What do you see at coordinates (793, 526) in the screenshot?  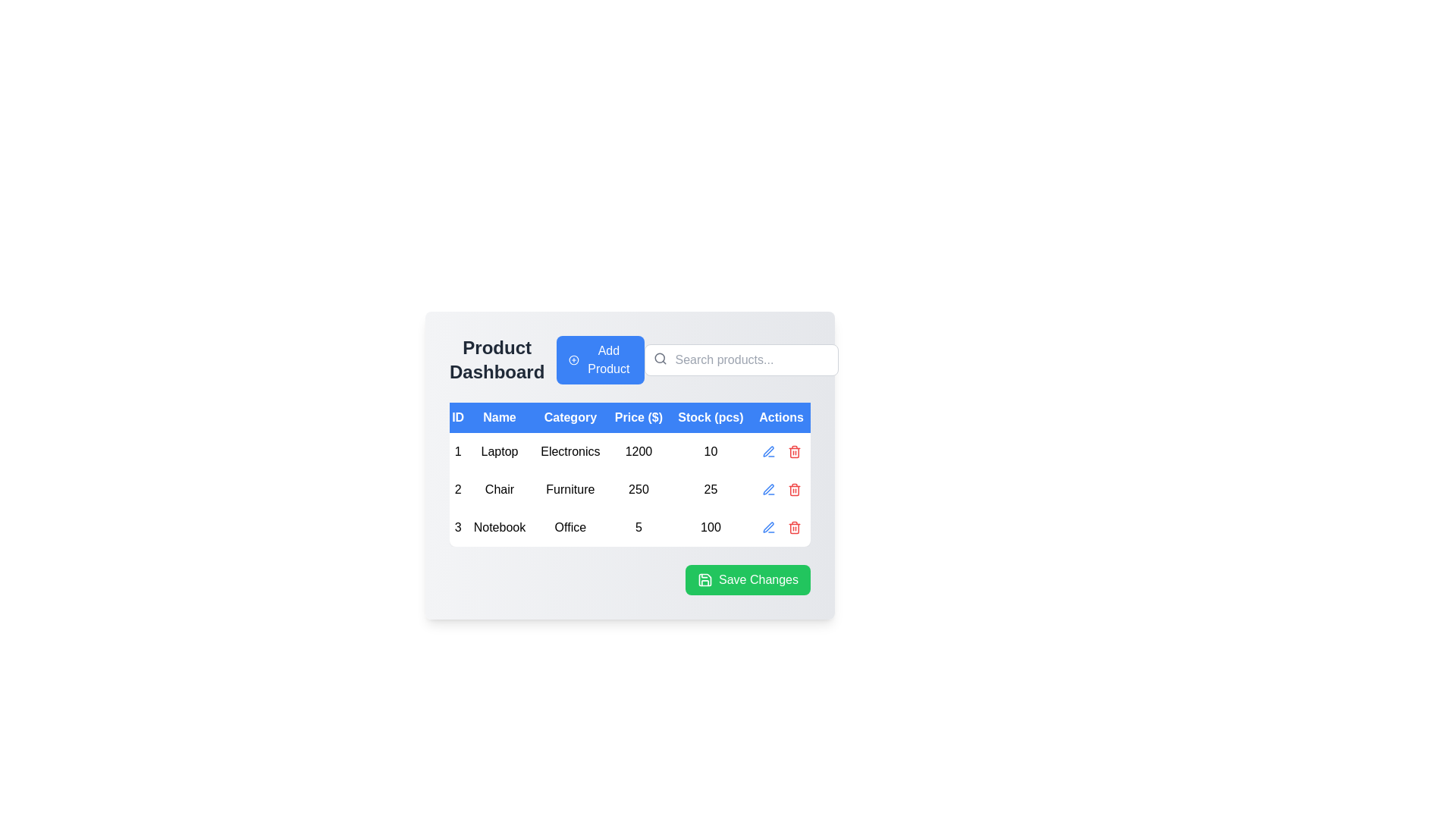 I see `the delete icon button in the 'Actions' column of the third row` at bounding box center [793, 526].